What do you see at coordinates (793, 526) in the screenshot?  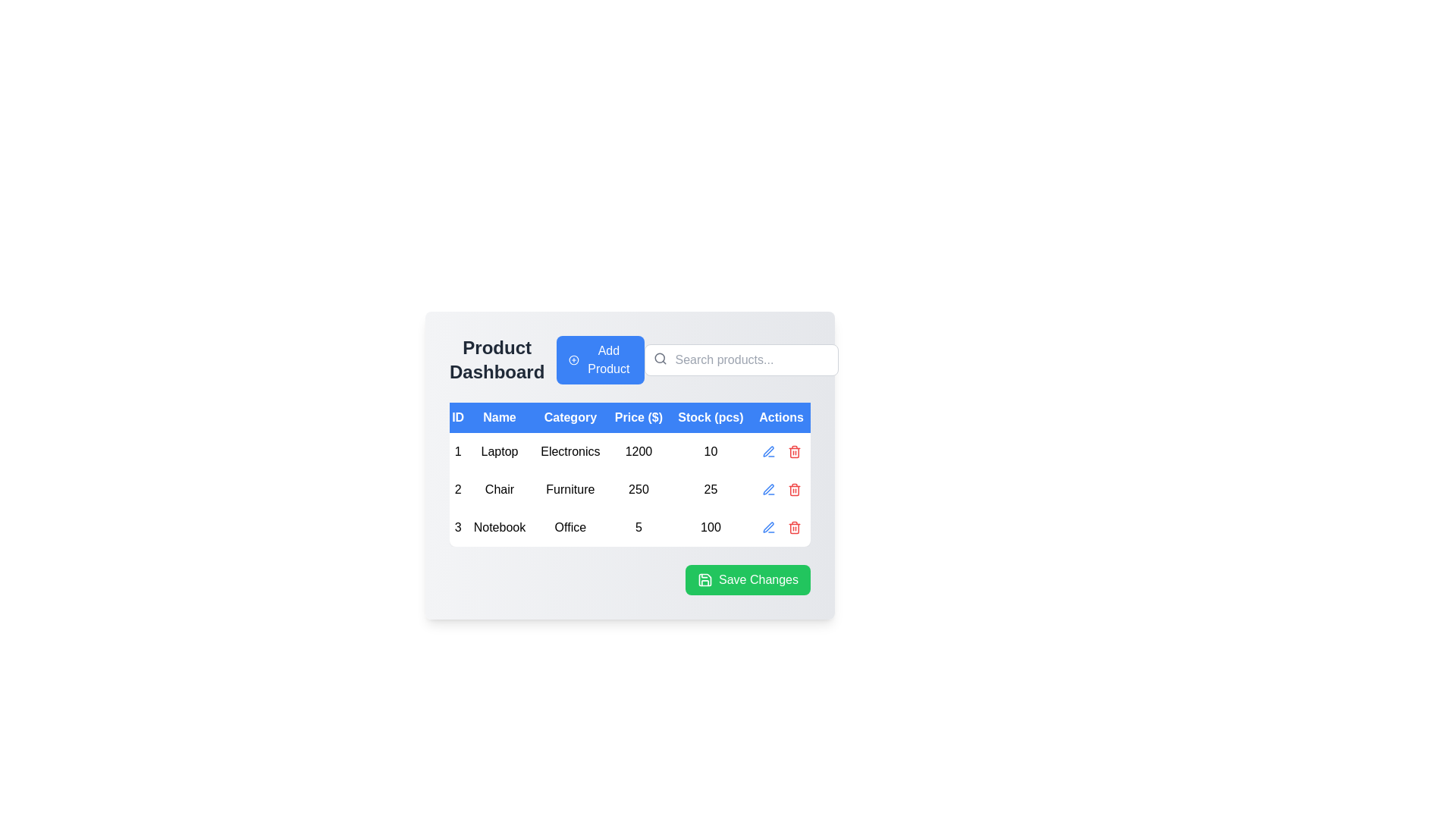 I see `the delete icon button in the 'Actions' column of the third row` at bounding box center [793, 526].